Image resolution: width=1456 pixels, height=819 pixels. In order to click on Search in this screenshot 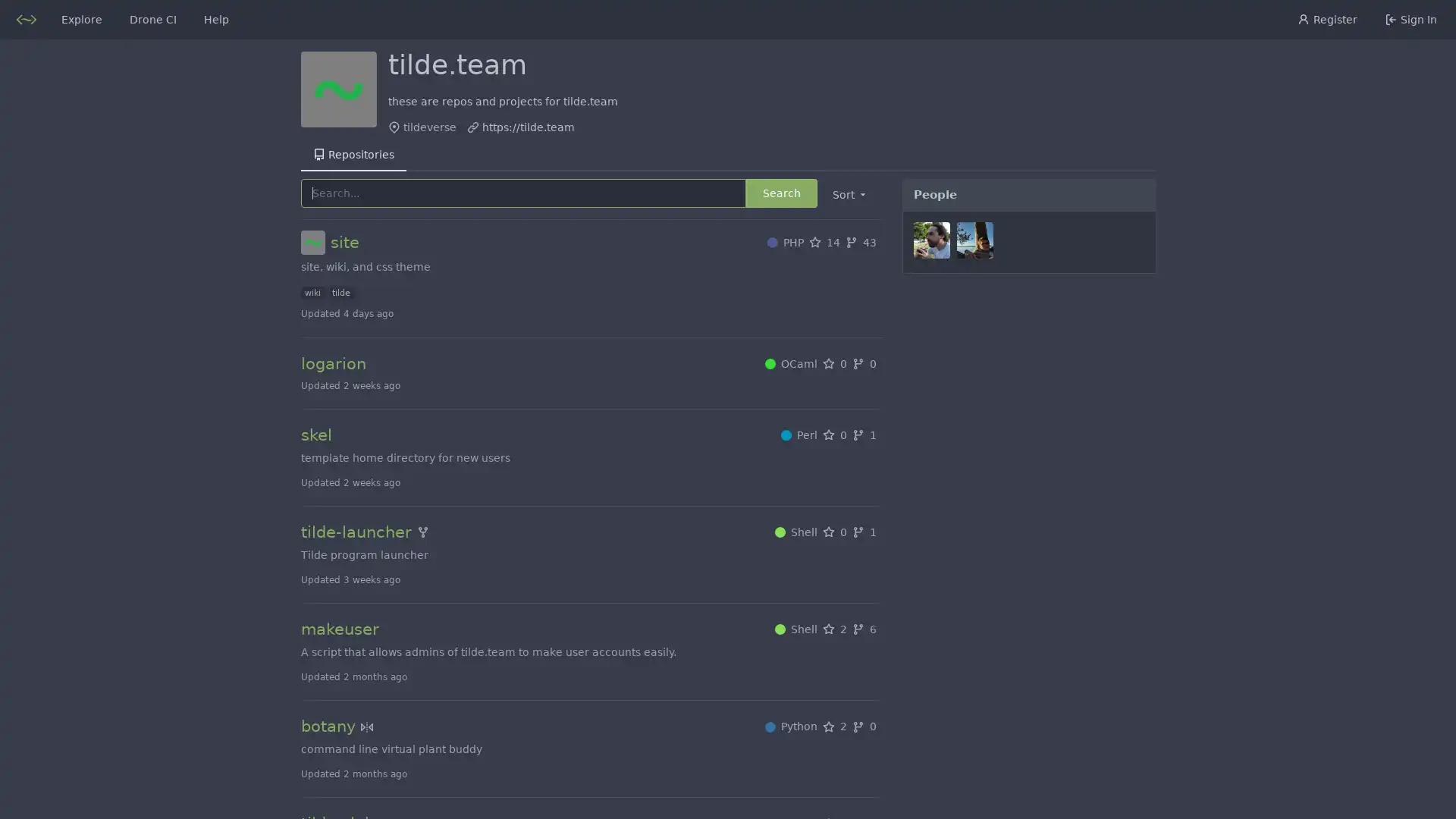, I will do `click(781, 192)`.